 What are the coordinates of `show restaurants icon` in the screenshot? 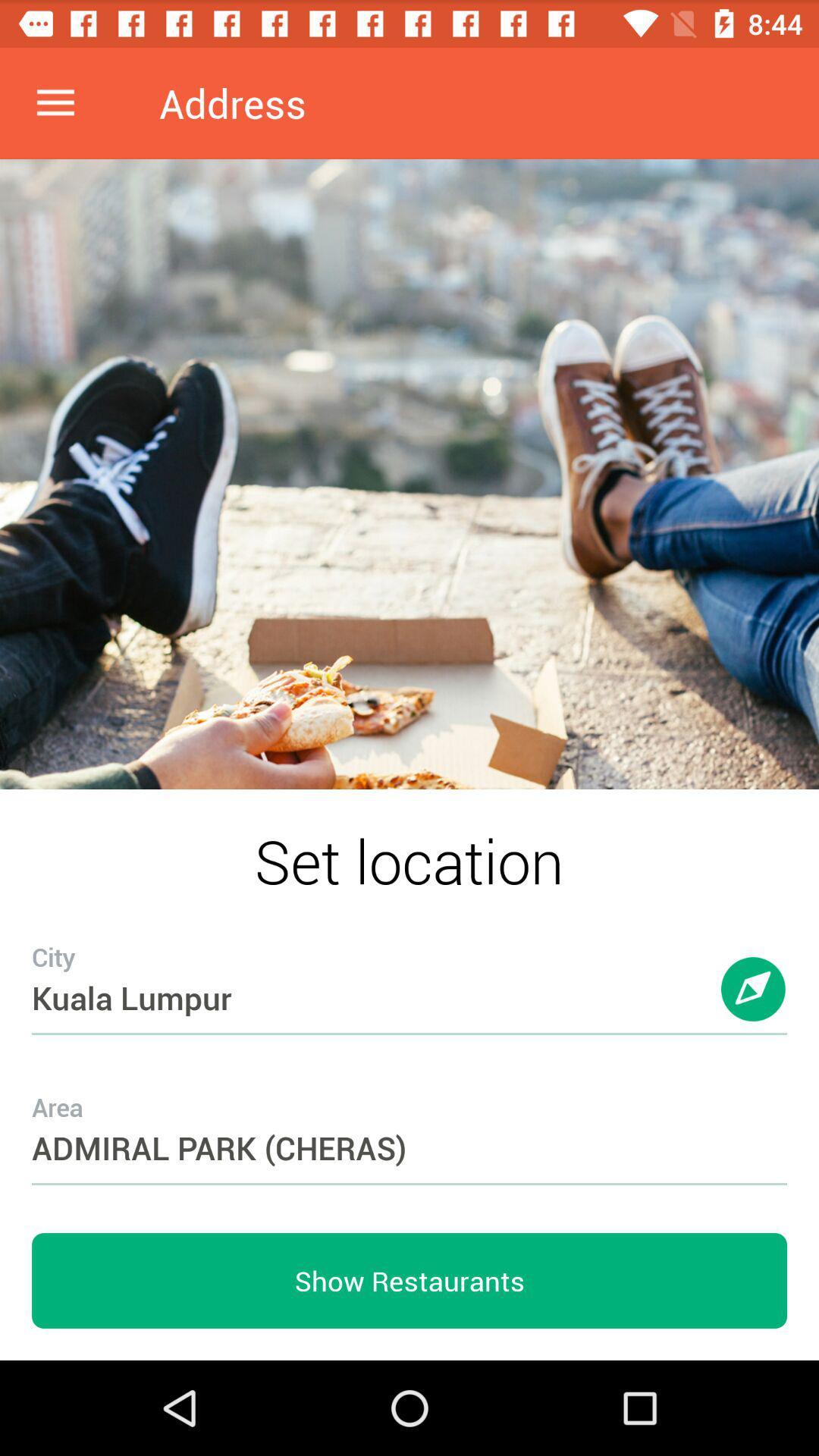 It's located at (409, 1280).